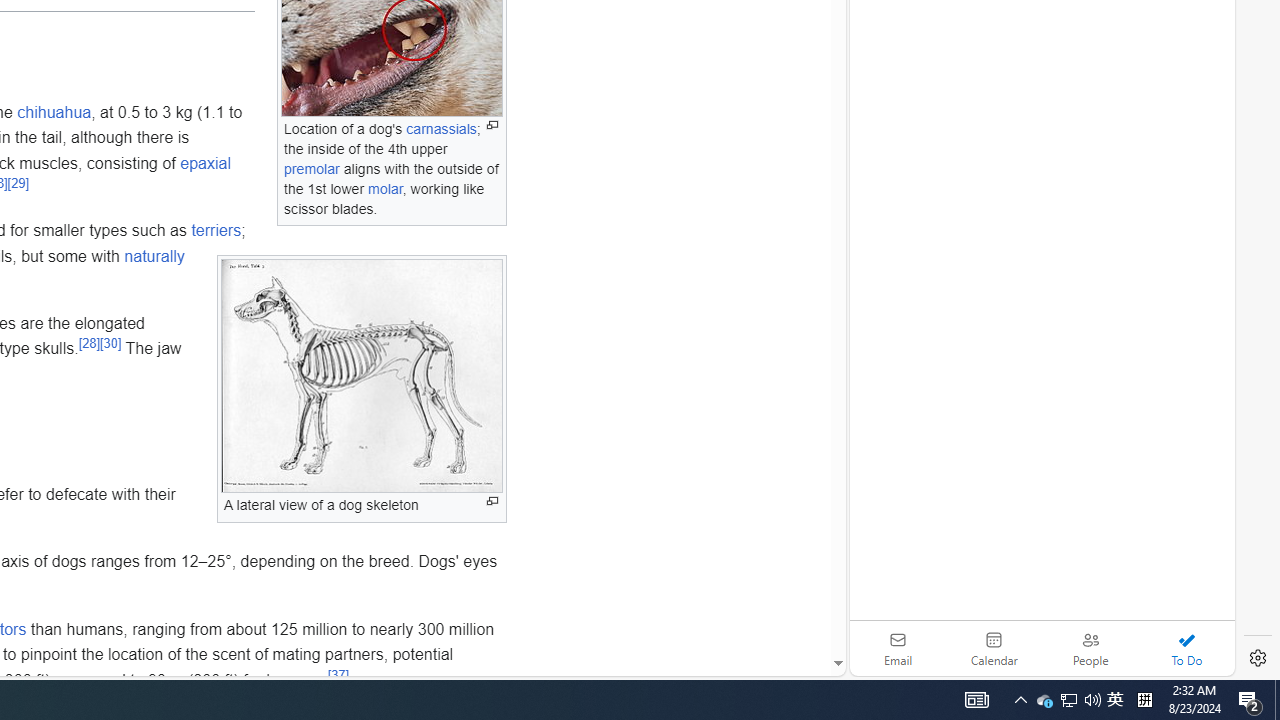 The width and height of the screenshot is (1280, 720). Describe the element at coordinates (109, 342) in the screenshot. I see `'[30]'` at that location.